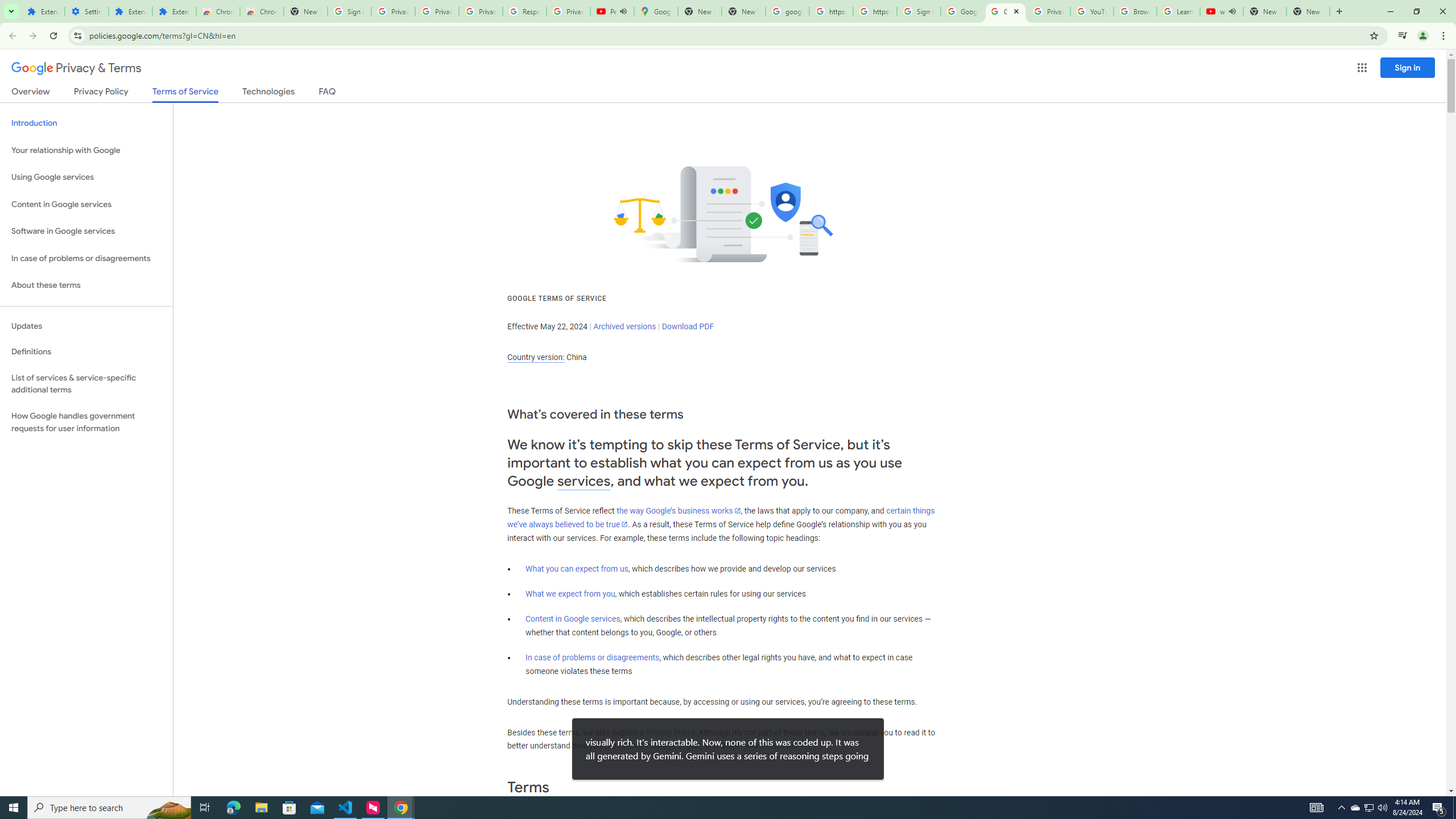 This screenshot has height=819, width=1456. What do you see at coordinates (173, 11) in the screenshot?
I see `'Extensions'` at bounding box center [173, 11].